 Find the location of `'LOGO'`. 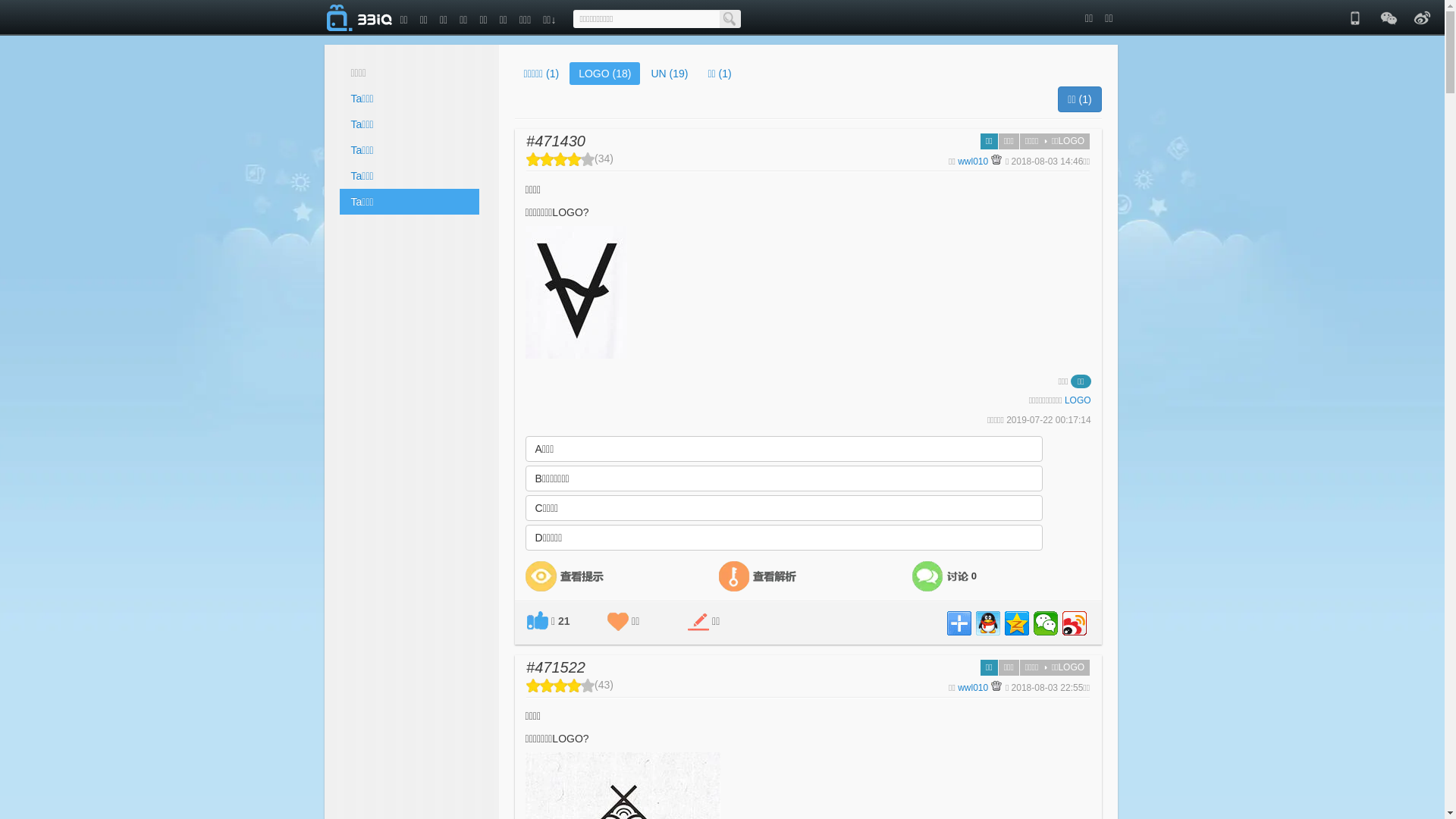

'LOGO' is located at coordinates (1063, 400).